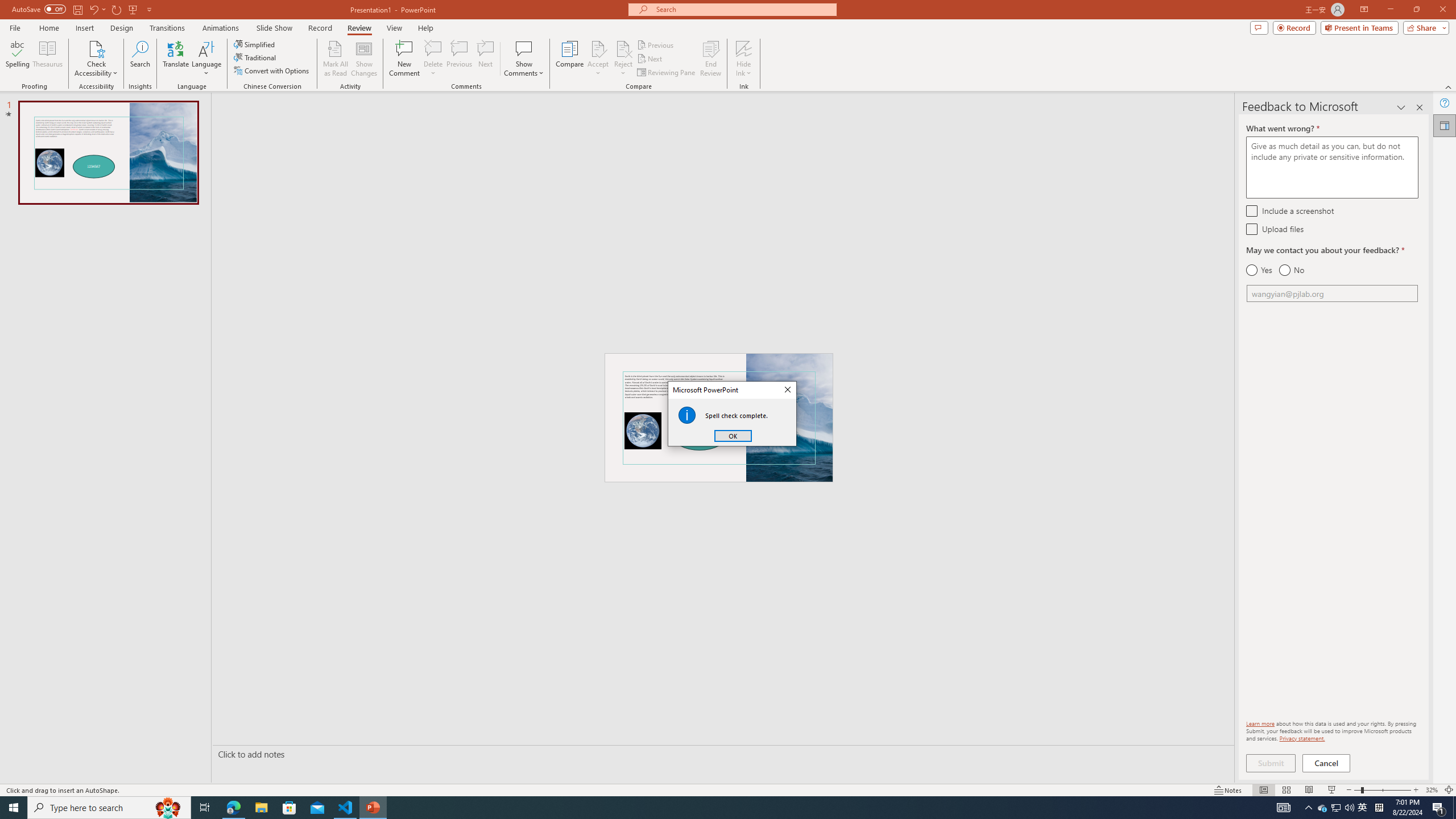  Describe the element at coordinates (16, 59) in the screenshot. I see `'Spelling...'` at that location.